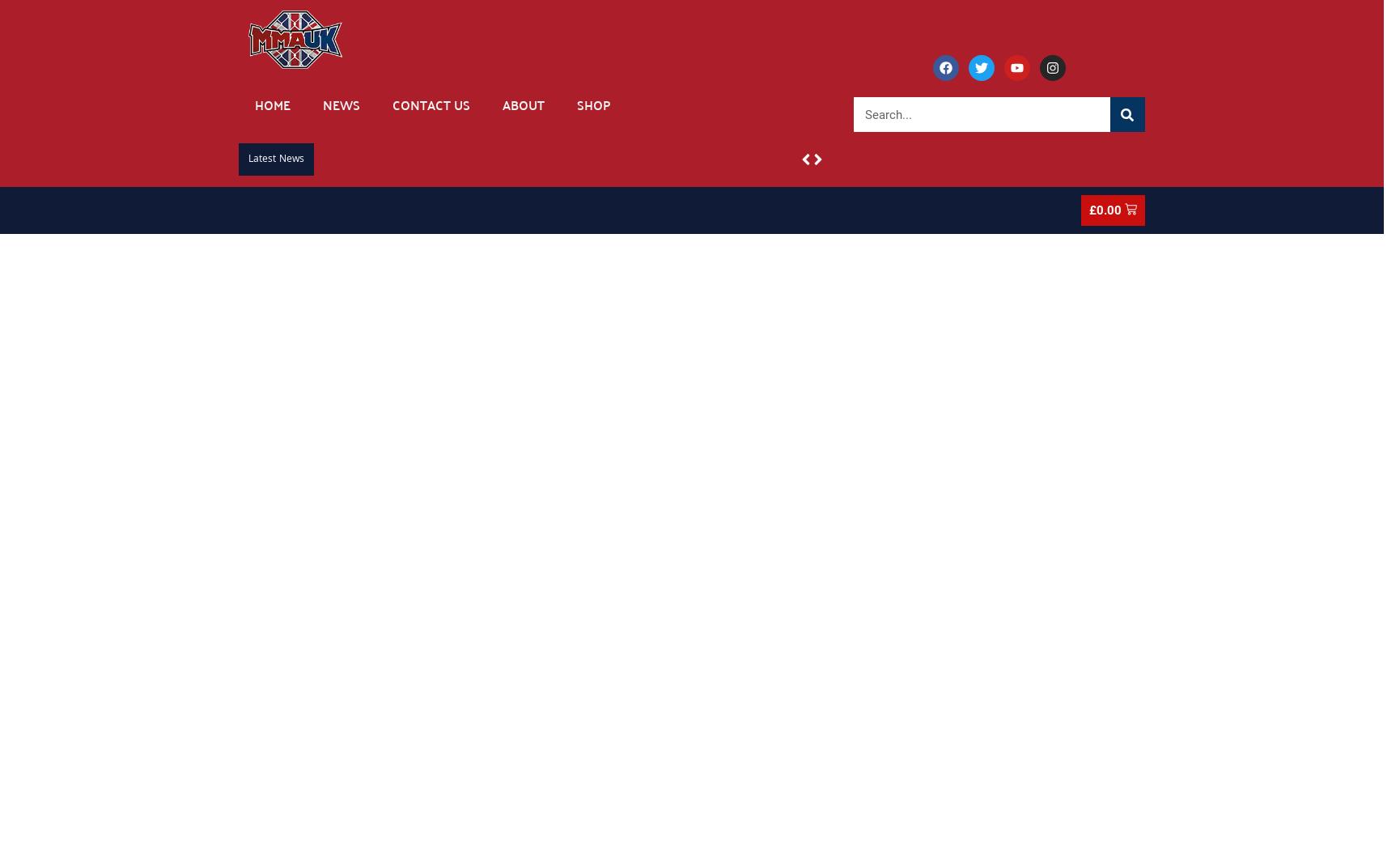 The image size is (1400, 867). What do you see at coordinates (963, 155) in the screenshot?
I see `'Cage Warriors 162: Rome – Weigh-in Results'` at bounding box center [963, 155].